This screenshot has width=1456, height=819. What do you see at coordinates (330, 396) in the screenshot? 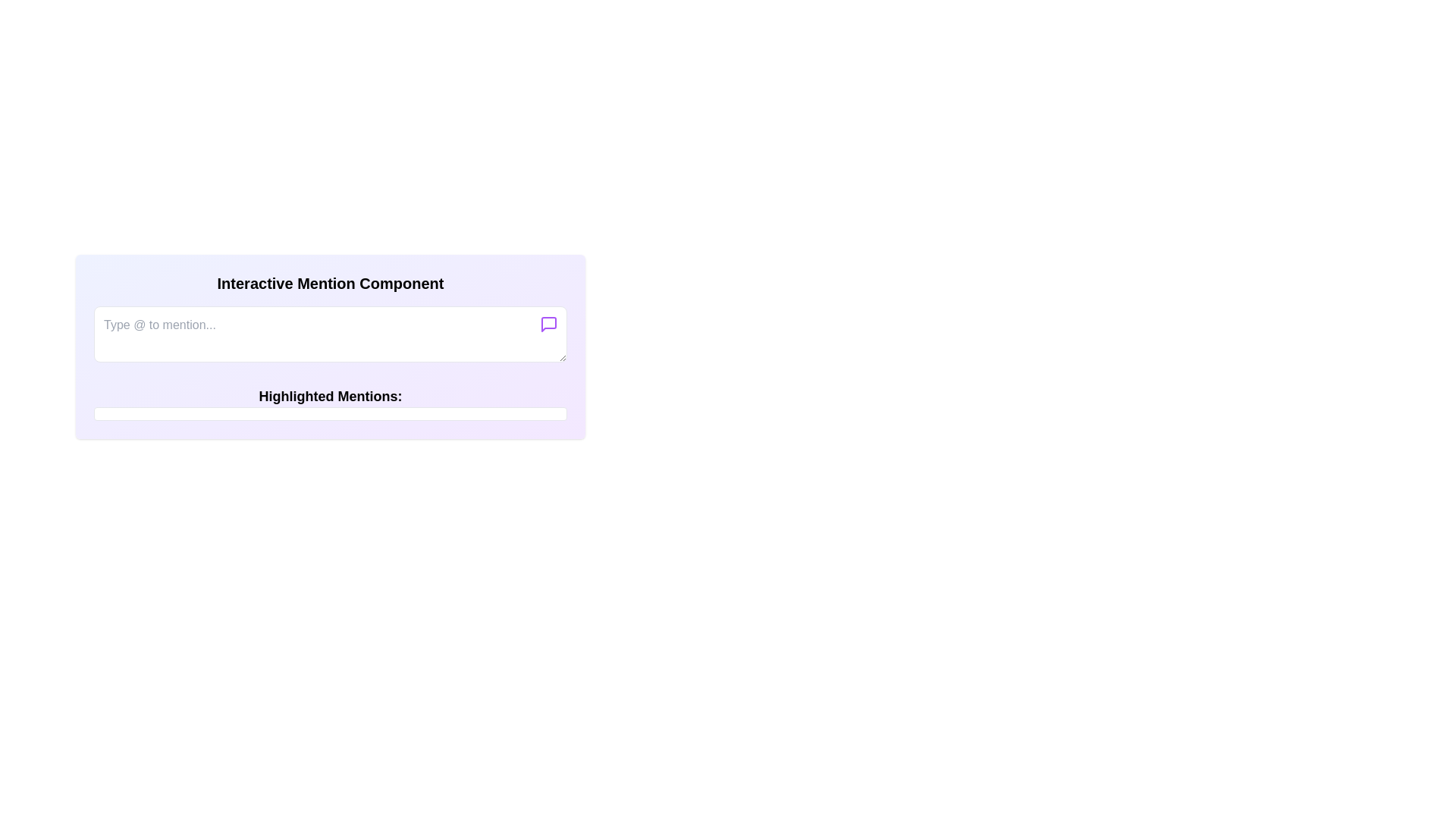
I see `the Text label that introduces or identifies a section related` at bounding box center [330, 396].